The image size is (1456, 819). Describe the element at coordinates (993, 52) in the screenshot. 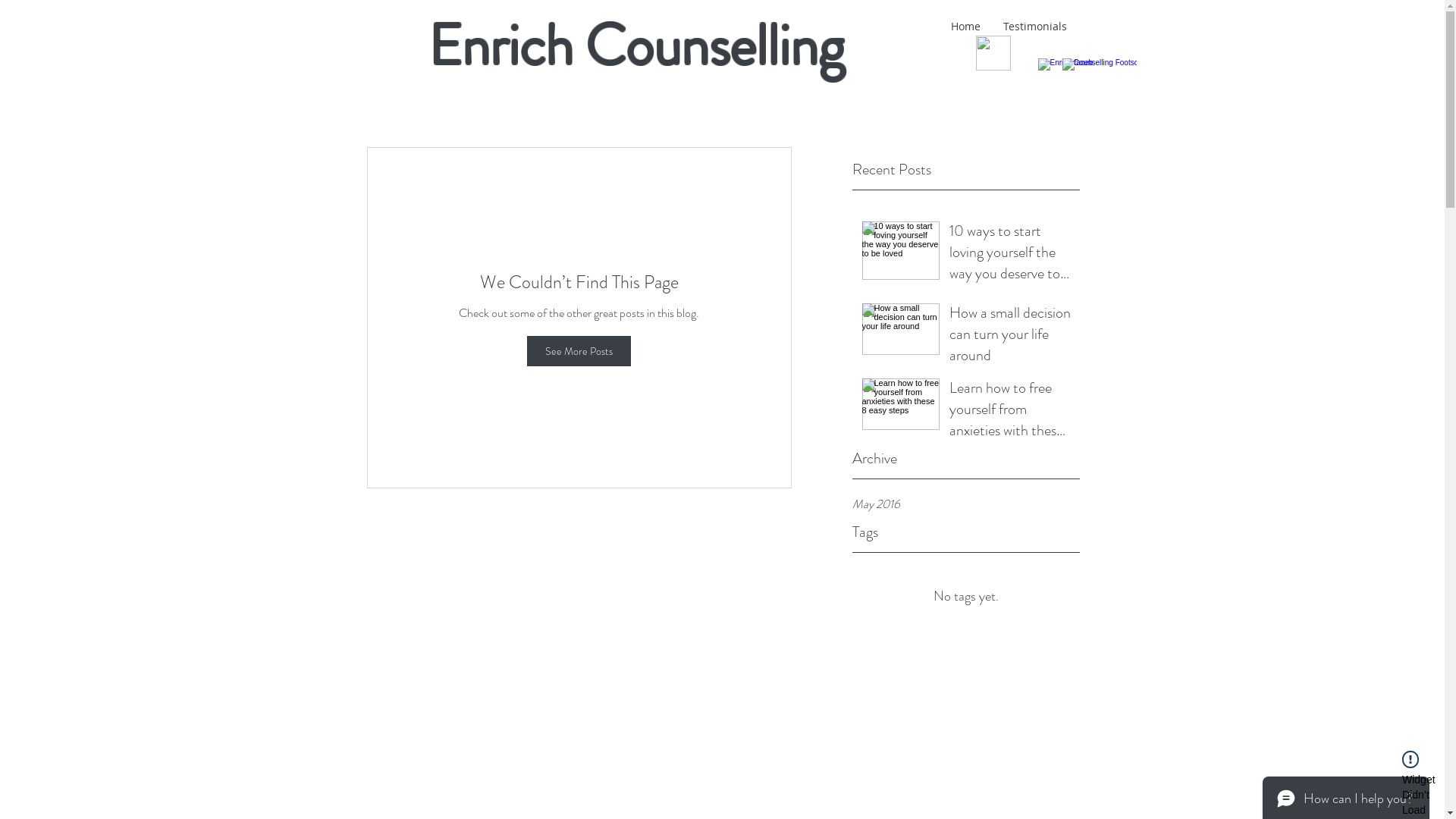

I see `'Menu'` at that location.